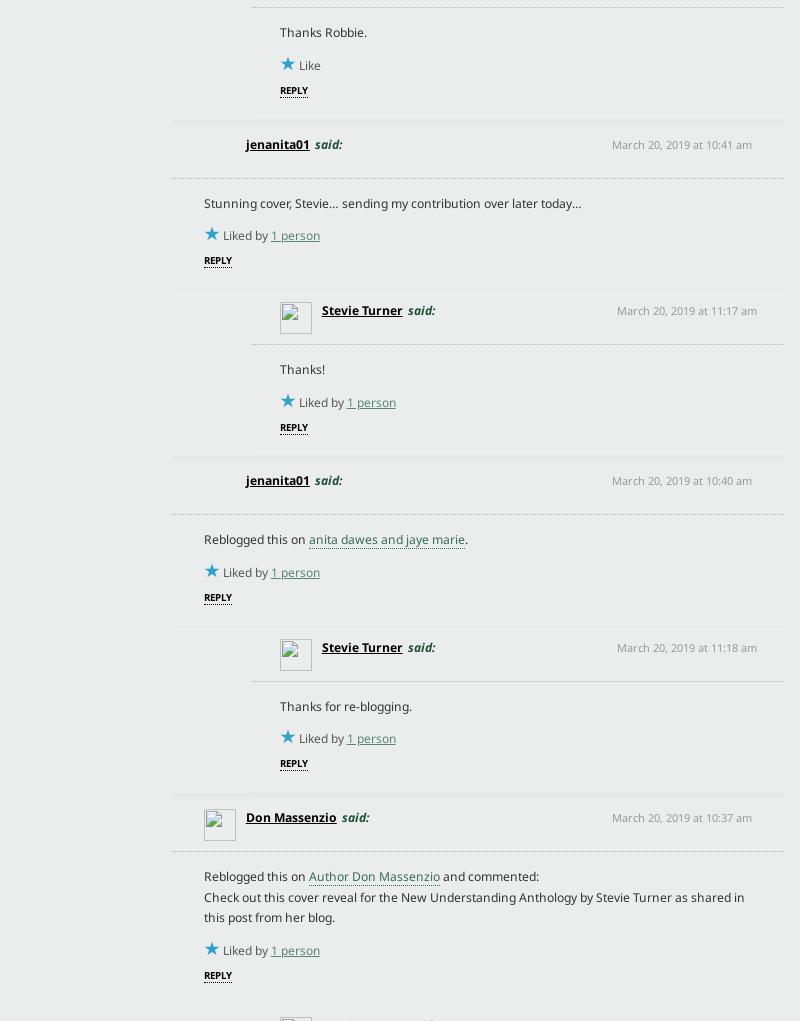 The width and height of the screenshot is (800, 1021). What do you see at coordinates (488, 874) in the screenshot?
I see `'and commented:'` at bounding box center [488, 874].